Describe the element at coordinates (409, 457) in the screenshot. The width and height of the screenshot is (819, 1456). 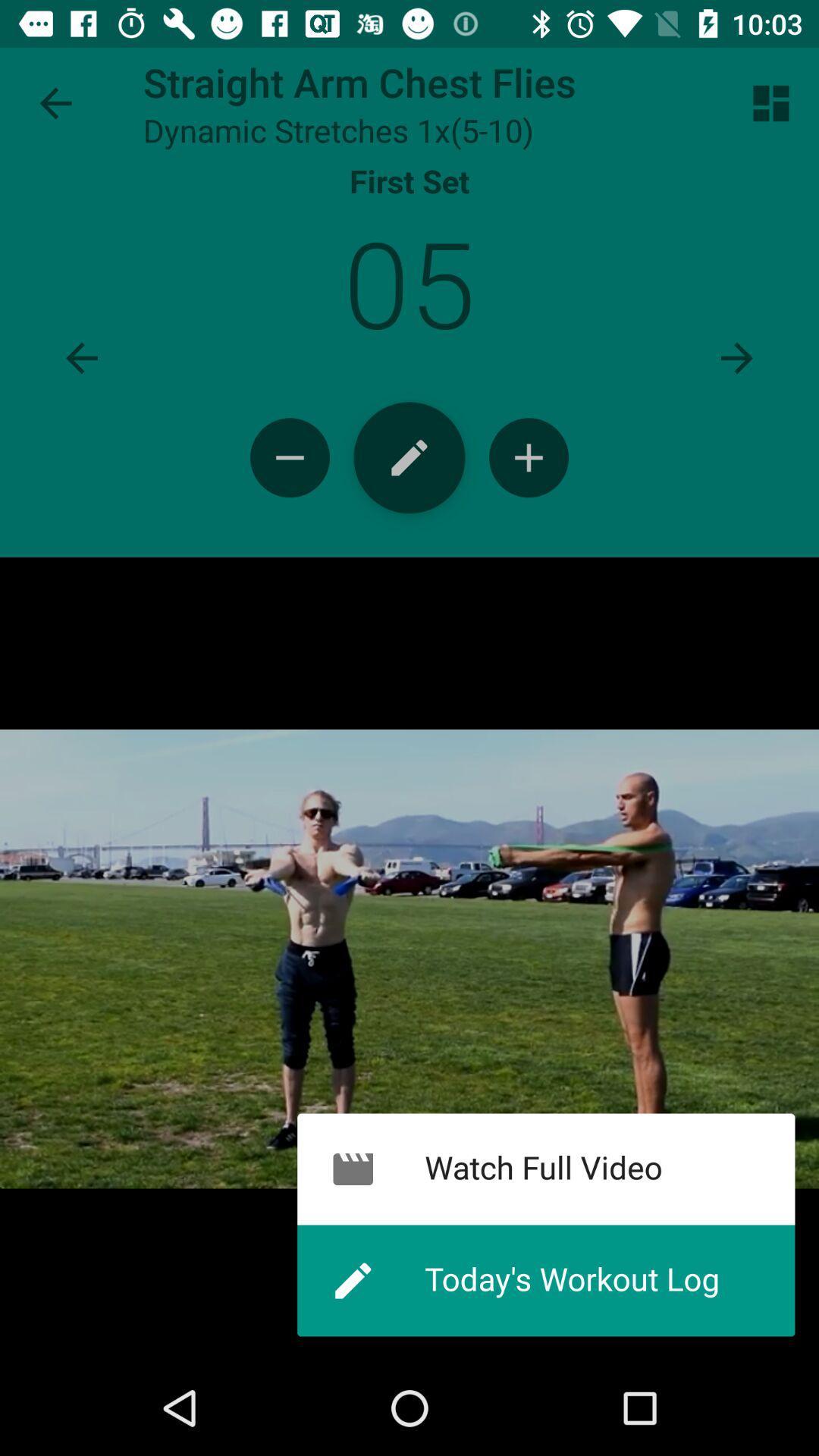
I see `write a note` at that location.